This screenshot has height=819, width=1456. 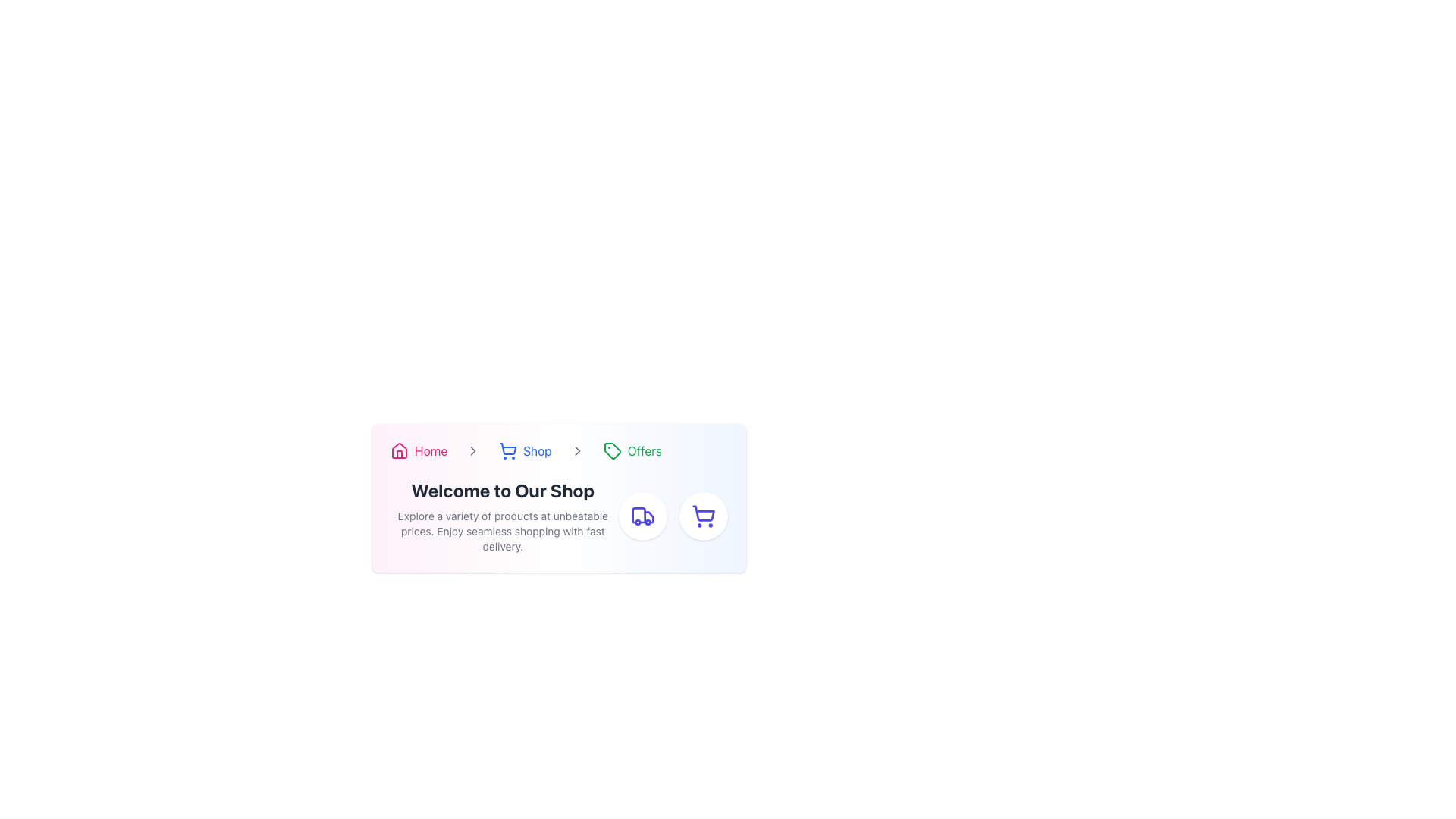 What do you see at coordinates (643, 516) in the screenshot?
I see `the delivery icon button located within the circular control on the right-hand side of the welcome panel` at bounding box center [643, 516].